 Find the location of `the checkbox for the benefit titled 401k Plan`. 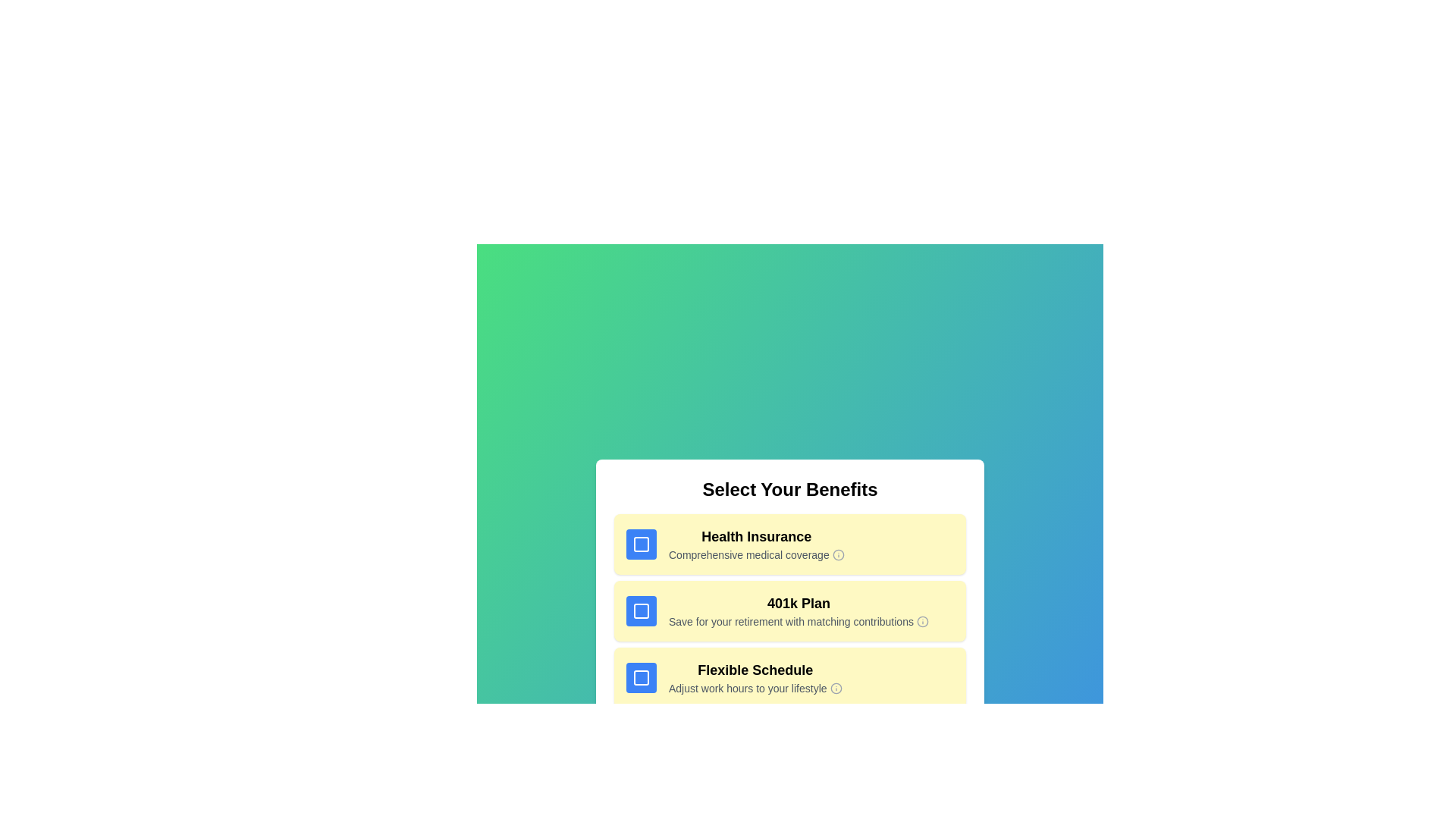

the checkbox for the benefit titled 401k Plan is located at coordinates (641, 610).